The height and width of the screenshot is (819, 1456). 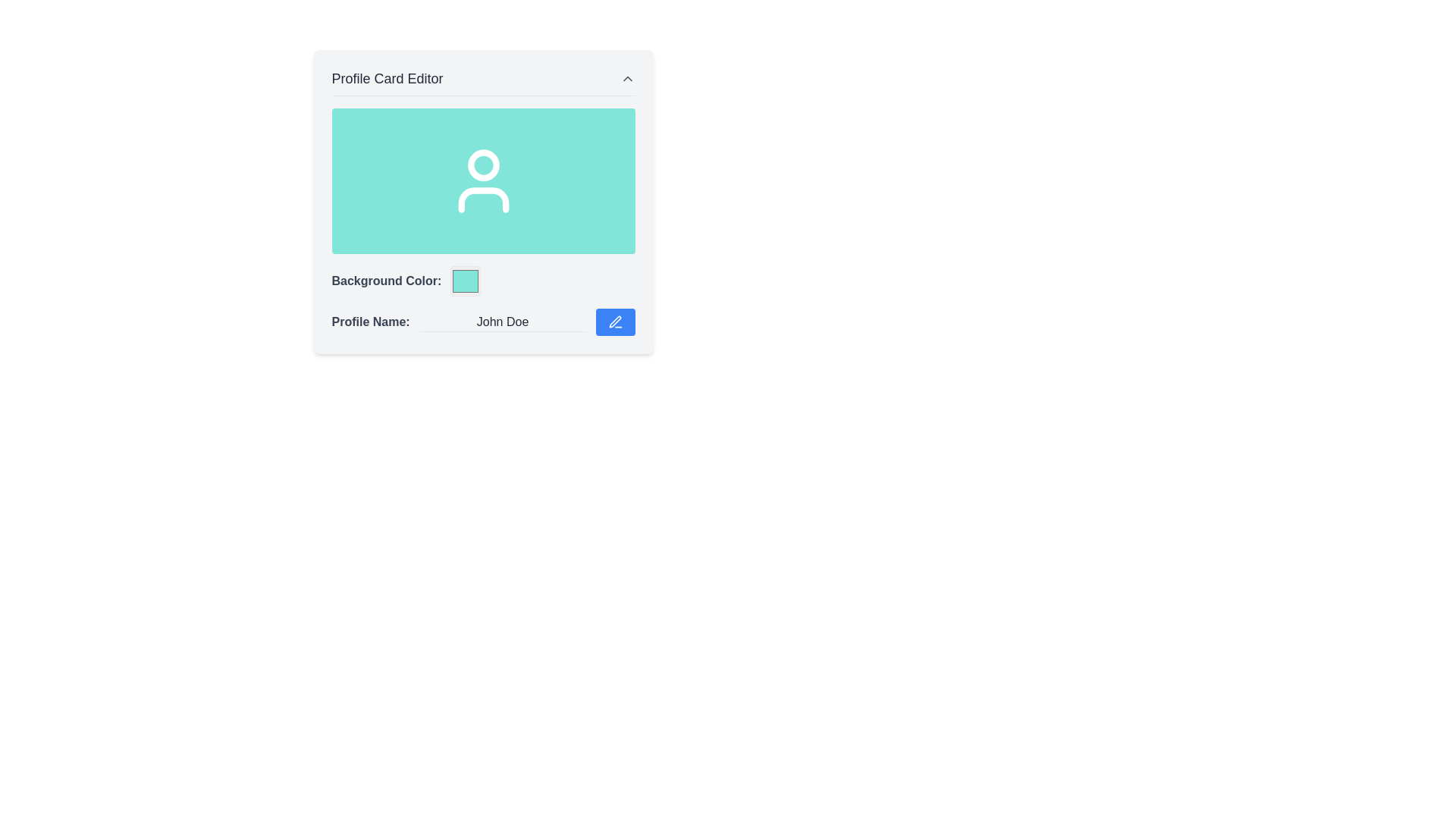 I want to click on the blue Icon button with a pen icon located at the bottom right of the 'Profile Card Editor' to initiate editing actions, so click(x=615, y=321).